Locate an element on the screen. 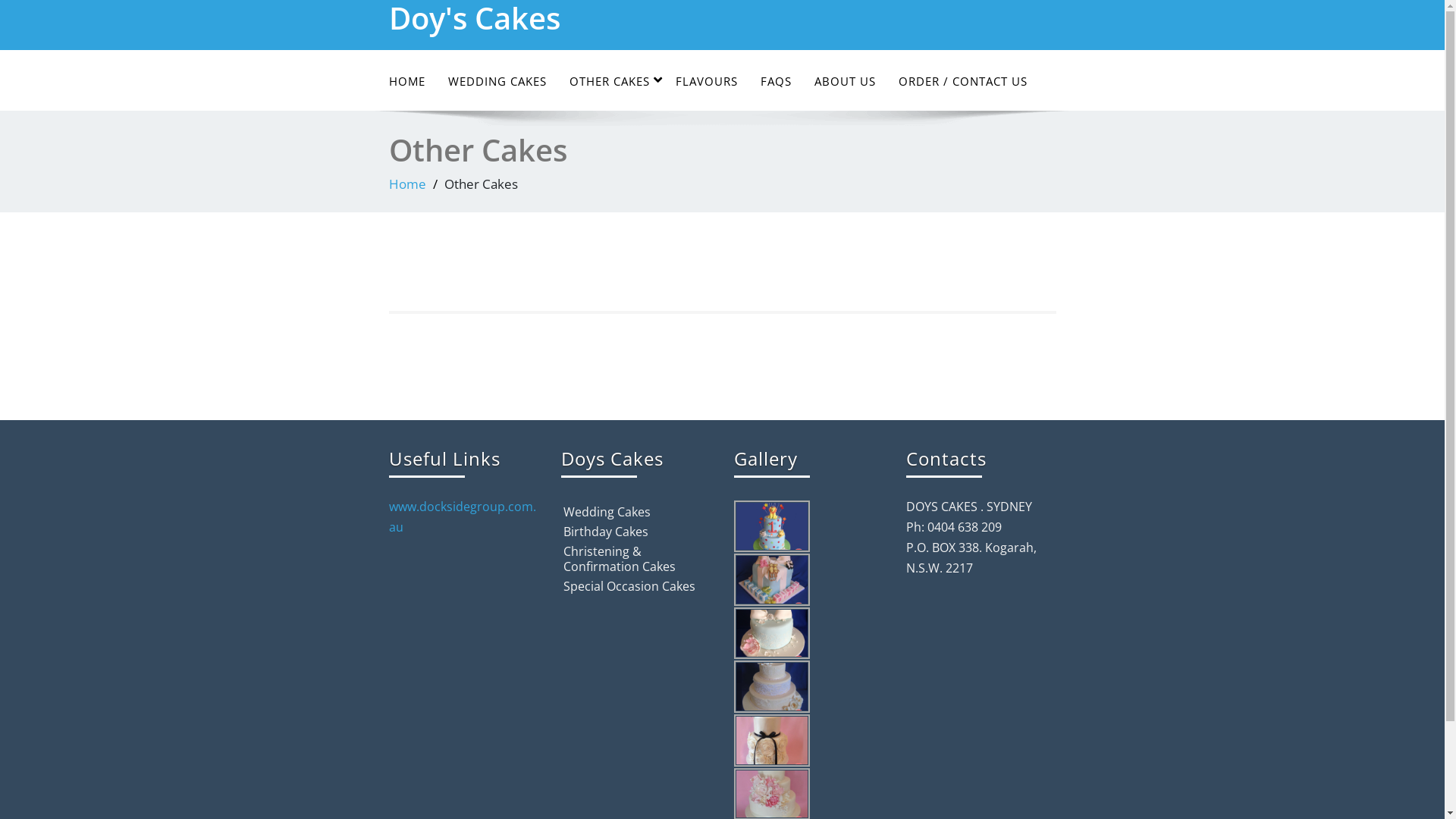 The width and height of the screenshot is (1456, 819). 'Christening & Confirmation Cakes' is located at coordinates (619, 558).